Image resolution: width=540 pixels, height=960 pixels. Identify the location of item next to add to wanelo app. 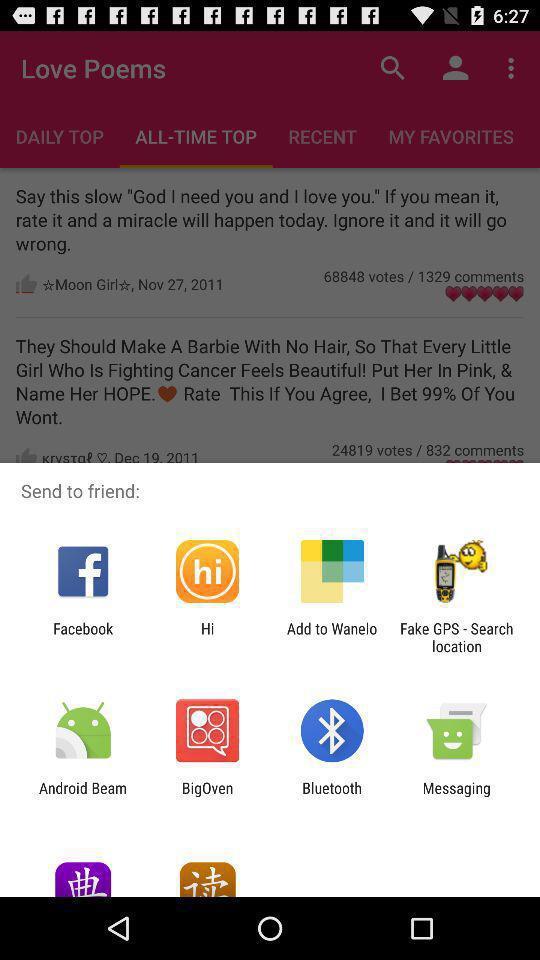
(206, 636).